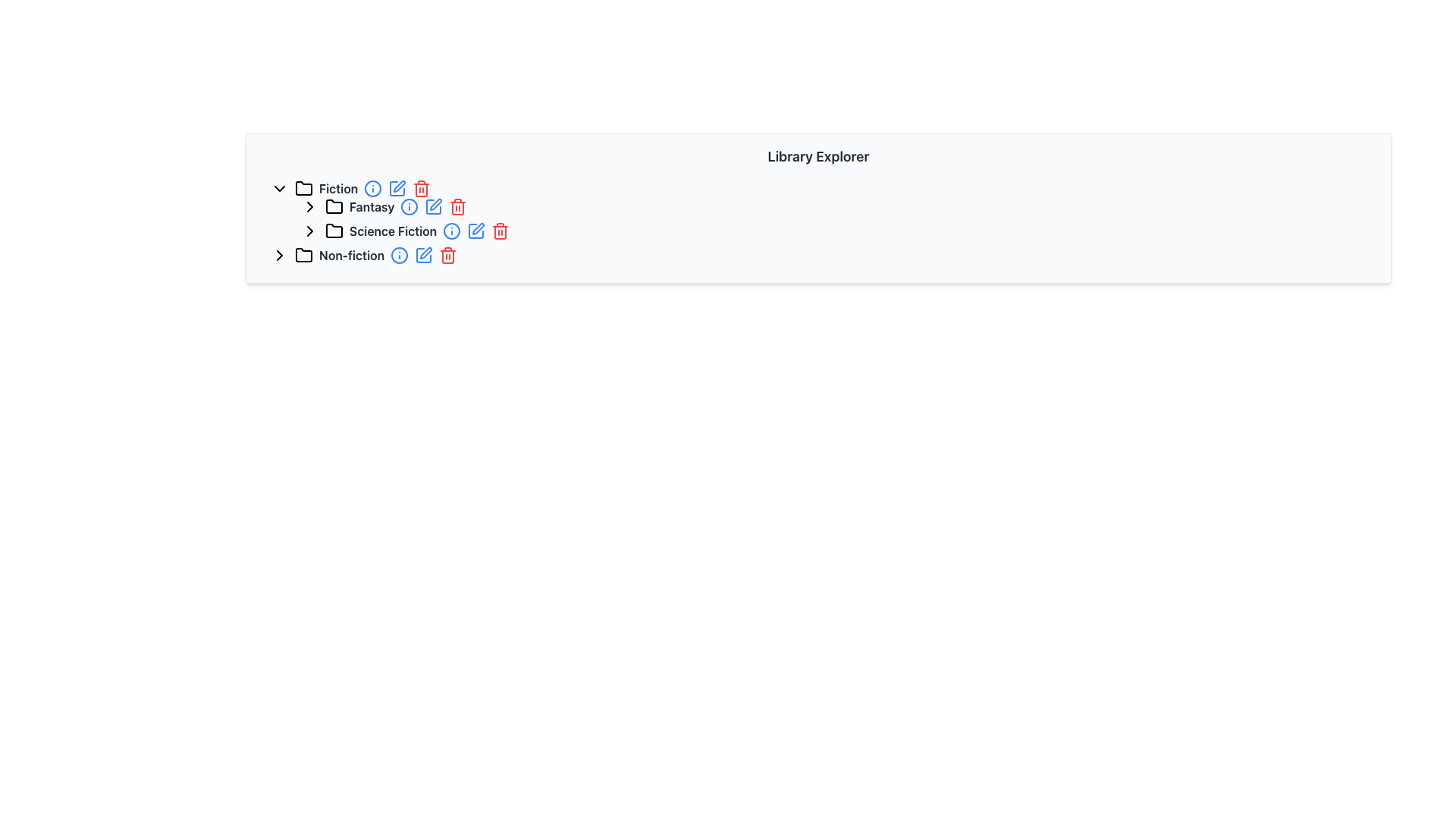 The height and width of the screenshot is (819, 1456). What do you see at coordinates (433, 207) in the screenshot?
I see `the edit button for the 'Fantasy' category, which is the second action control button in the tree structure` at bounding box center [433, 207].